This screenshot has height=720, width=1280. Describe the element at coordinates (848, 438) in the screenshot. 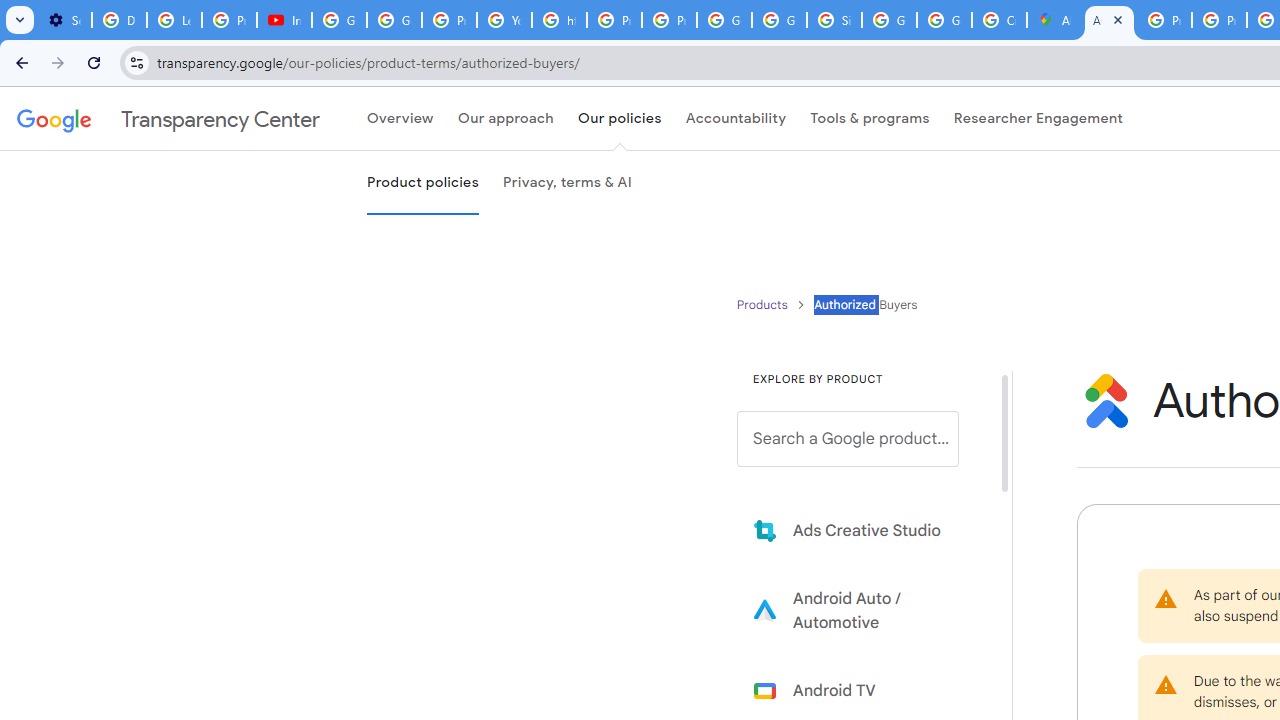

I see `'Search a Google product from below list.'` at that location.